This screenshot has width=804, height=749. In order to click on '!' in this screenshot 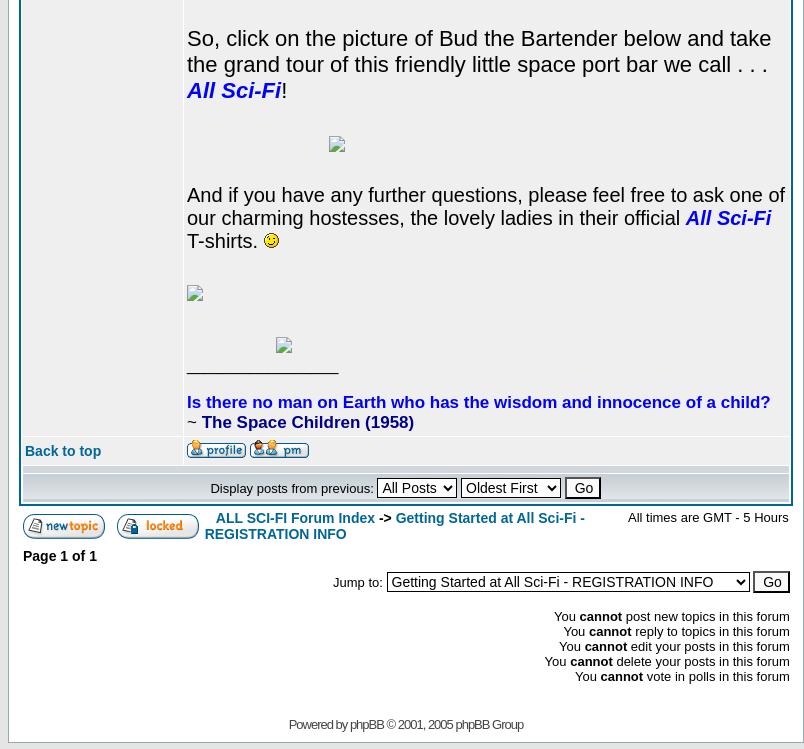, I will do `click(282, 88)`.